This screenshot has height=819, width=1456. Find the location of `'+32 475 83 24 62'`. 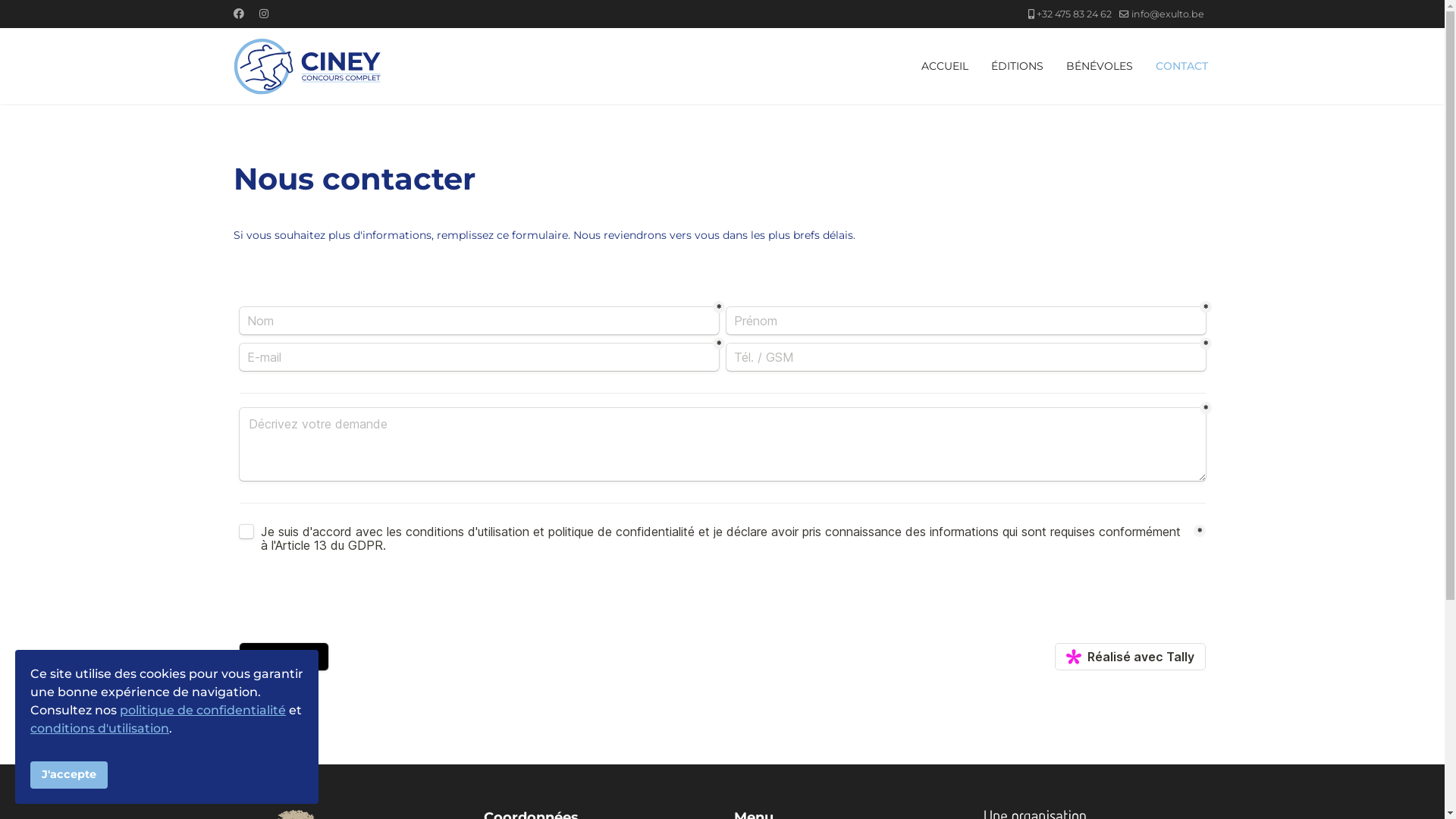

'+32 475 83 24 62' is located at coordinates (1072, 14).